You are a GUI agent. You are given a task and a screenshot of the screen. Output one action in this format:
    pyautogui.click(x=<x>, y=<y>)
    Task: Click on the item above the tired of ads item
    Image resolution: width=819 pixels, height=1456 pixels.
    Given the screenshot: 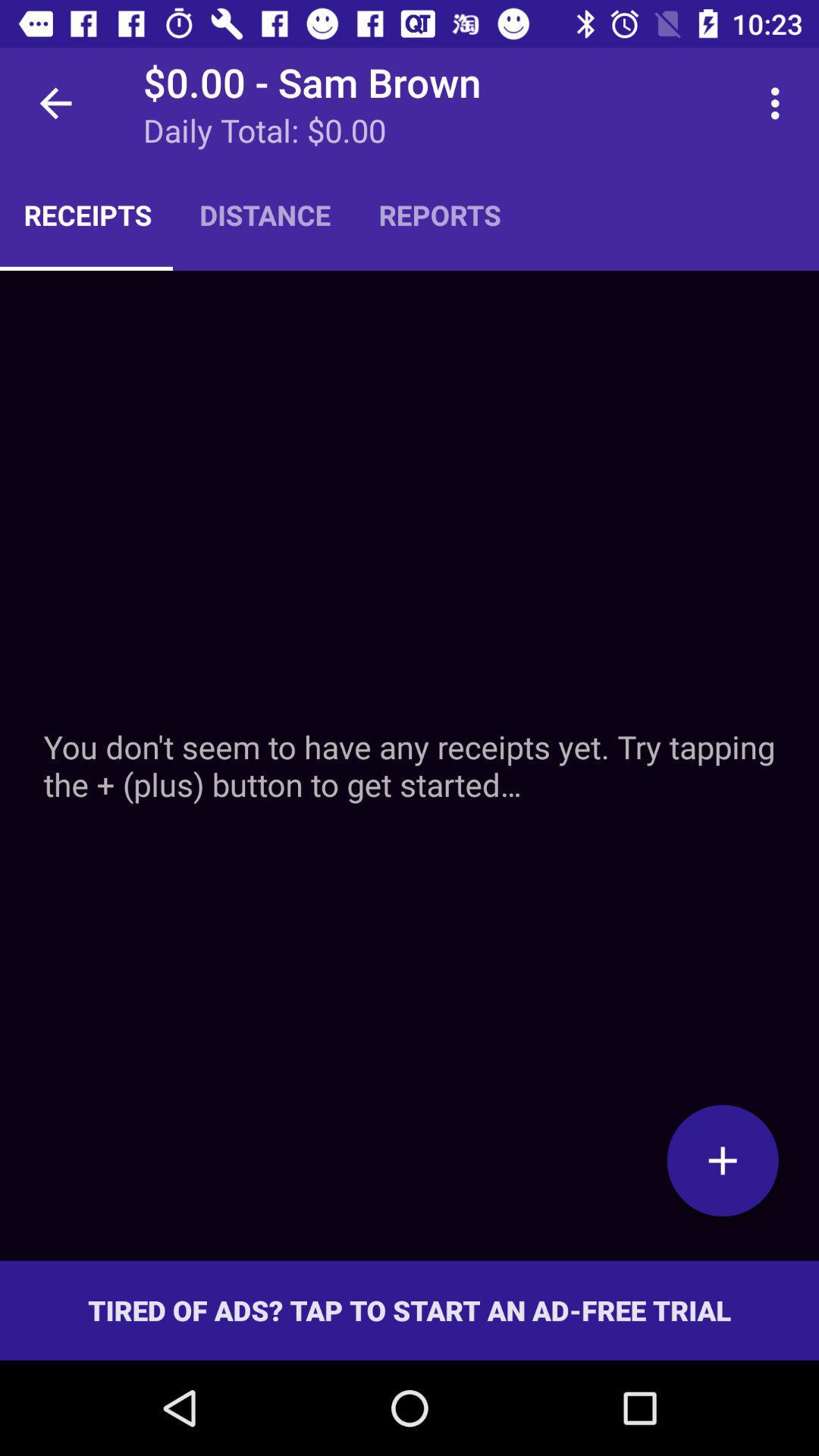 What is the action you would take?
    pyautogui.click(x=409, y=765)
    